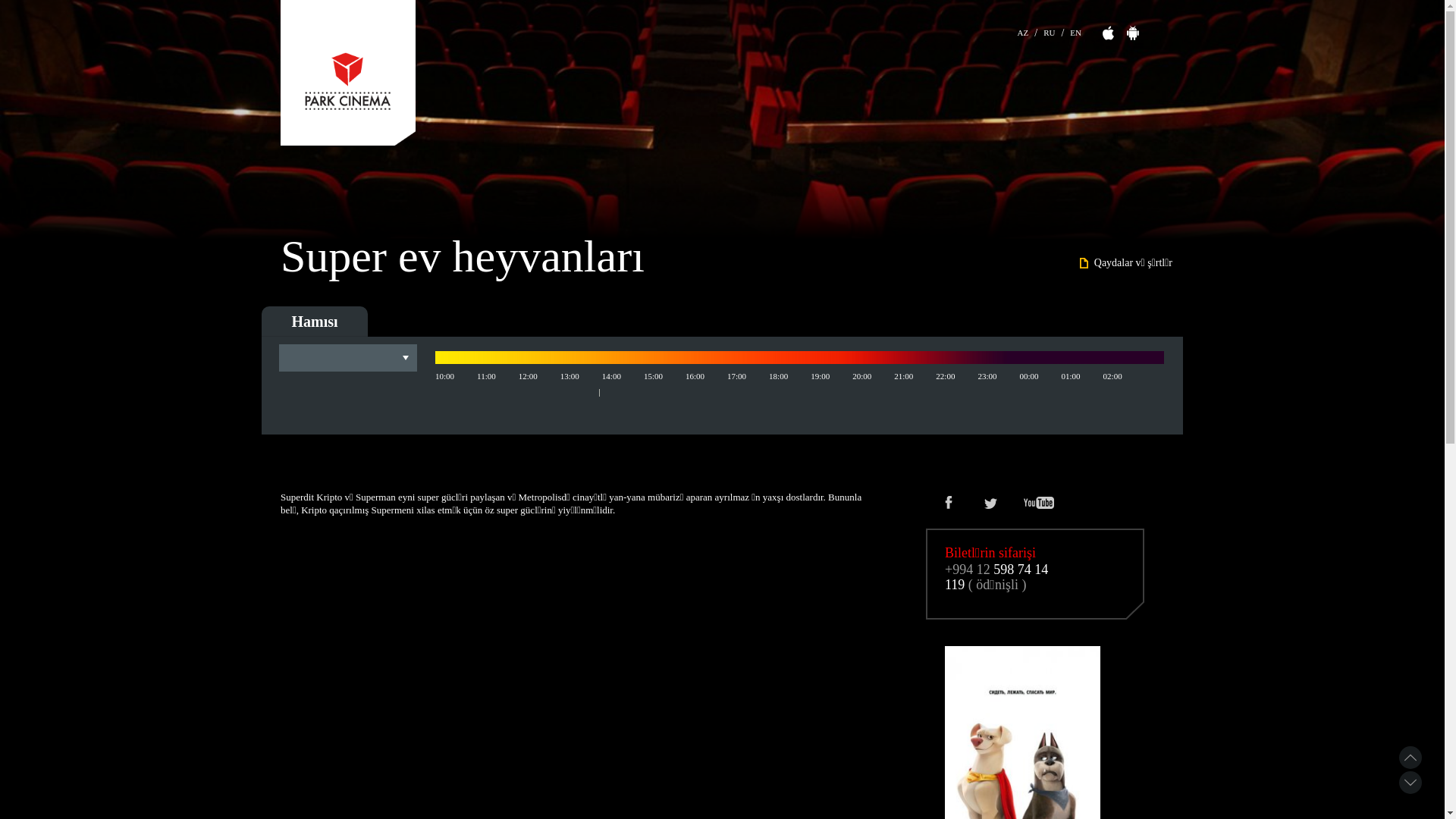 The image size is (1456, 819). Describe the element at coordinates (1075, 30) in the screenshot. I see `'EN'` at that location.